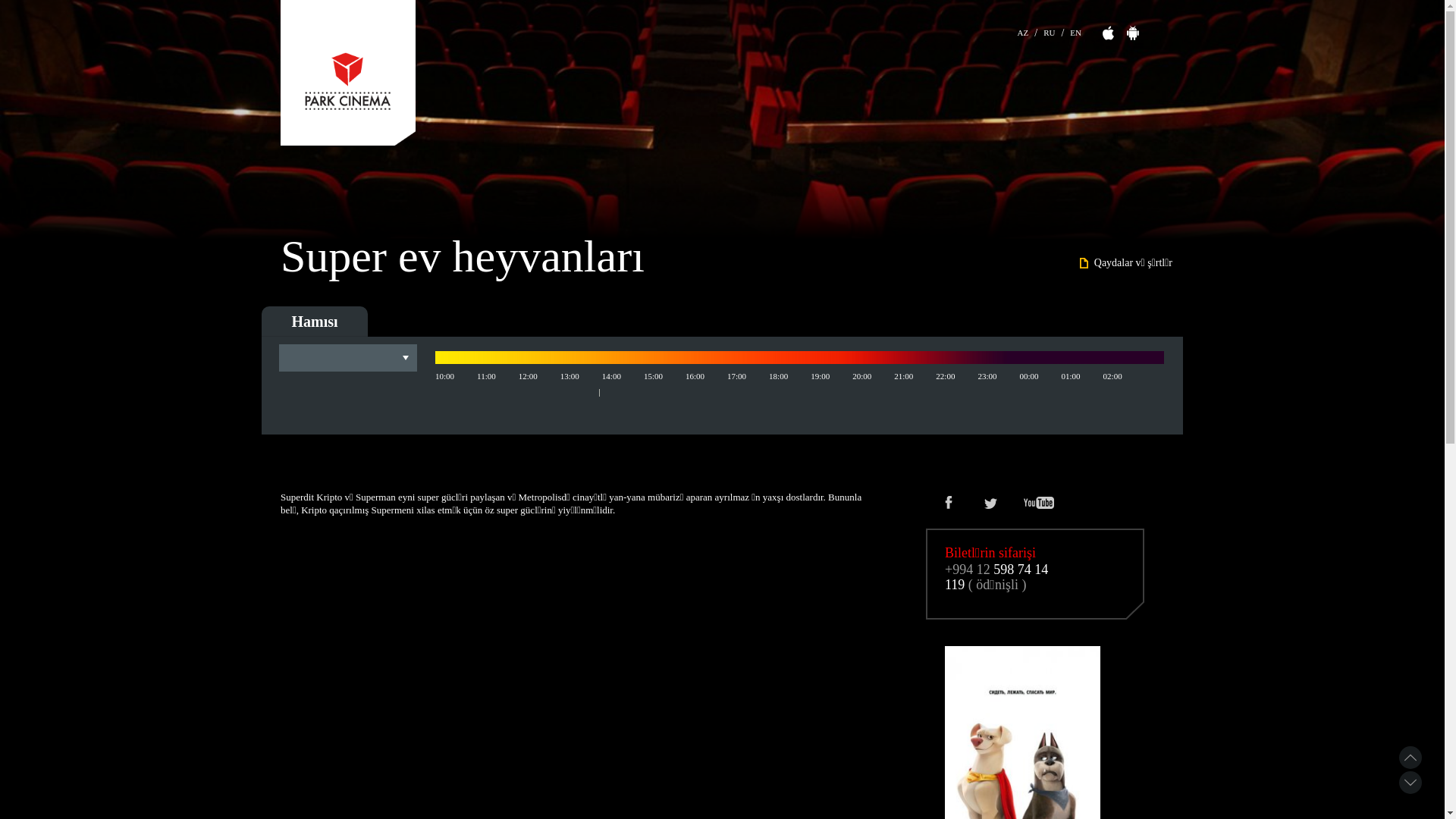 The image size is (1456, 819). Describe the element at coordinates (1075, 30) in the screenshot. I see `'EN'` at that location.